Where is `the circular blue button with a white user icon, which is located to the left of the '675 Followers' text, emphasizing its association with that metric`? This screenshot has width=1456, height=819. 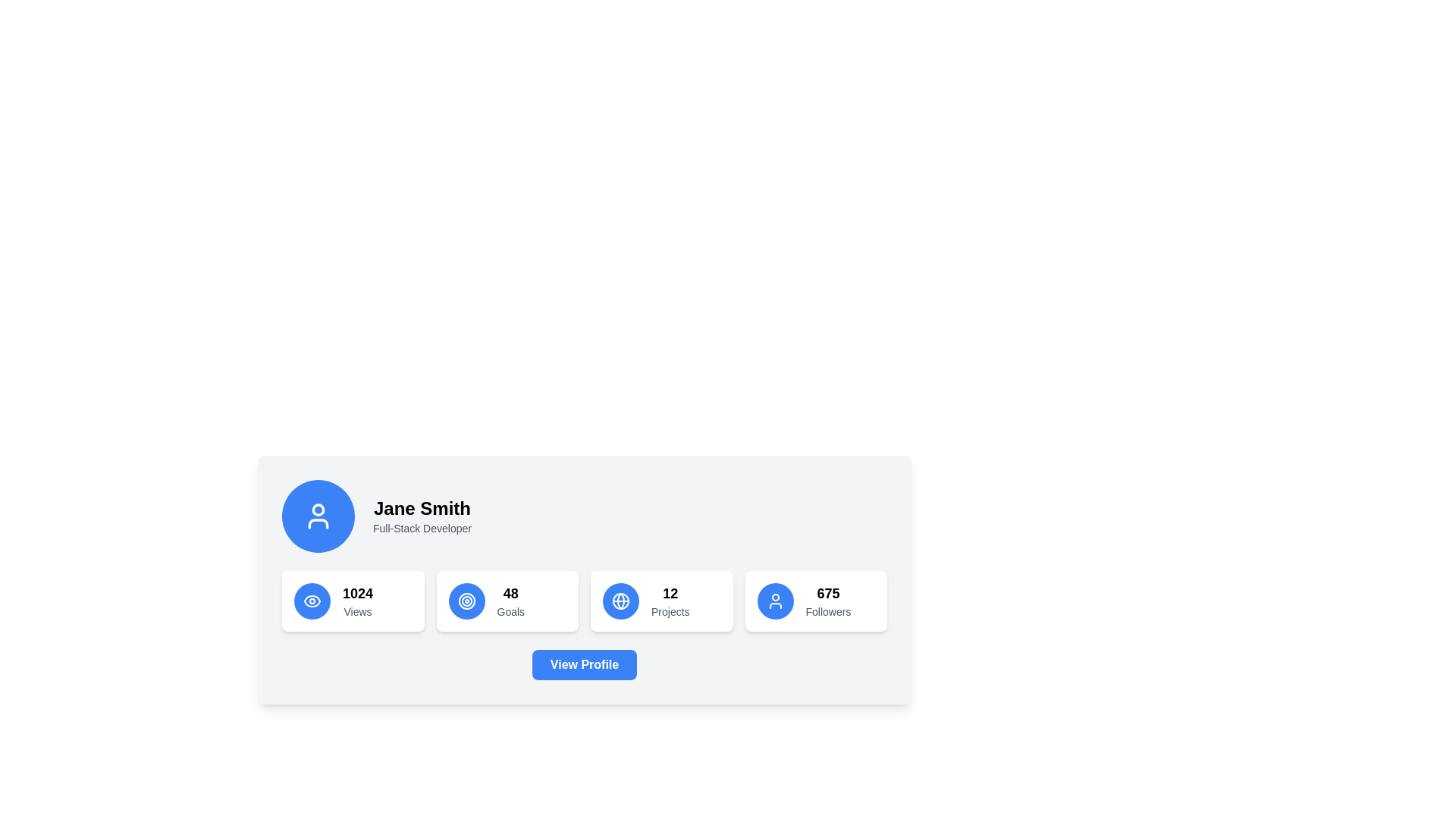 the circular blue button with a white user icon, which is located to the left of the '675 Followers' text, emphasizing its association with that metric is located at coordinates (775, 601).